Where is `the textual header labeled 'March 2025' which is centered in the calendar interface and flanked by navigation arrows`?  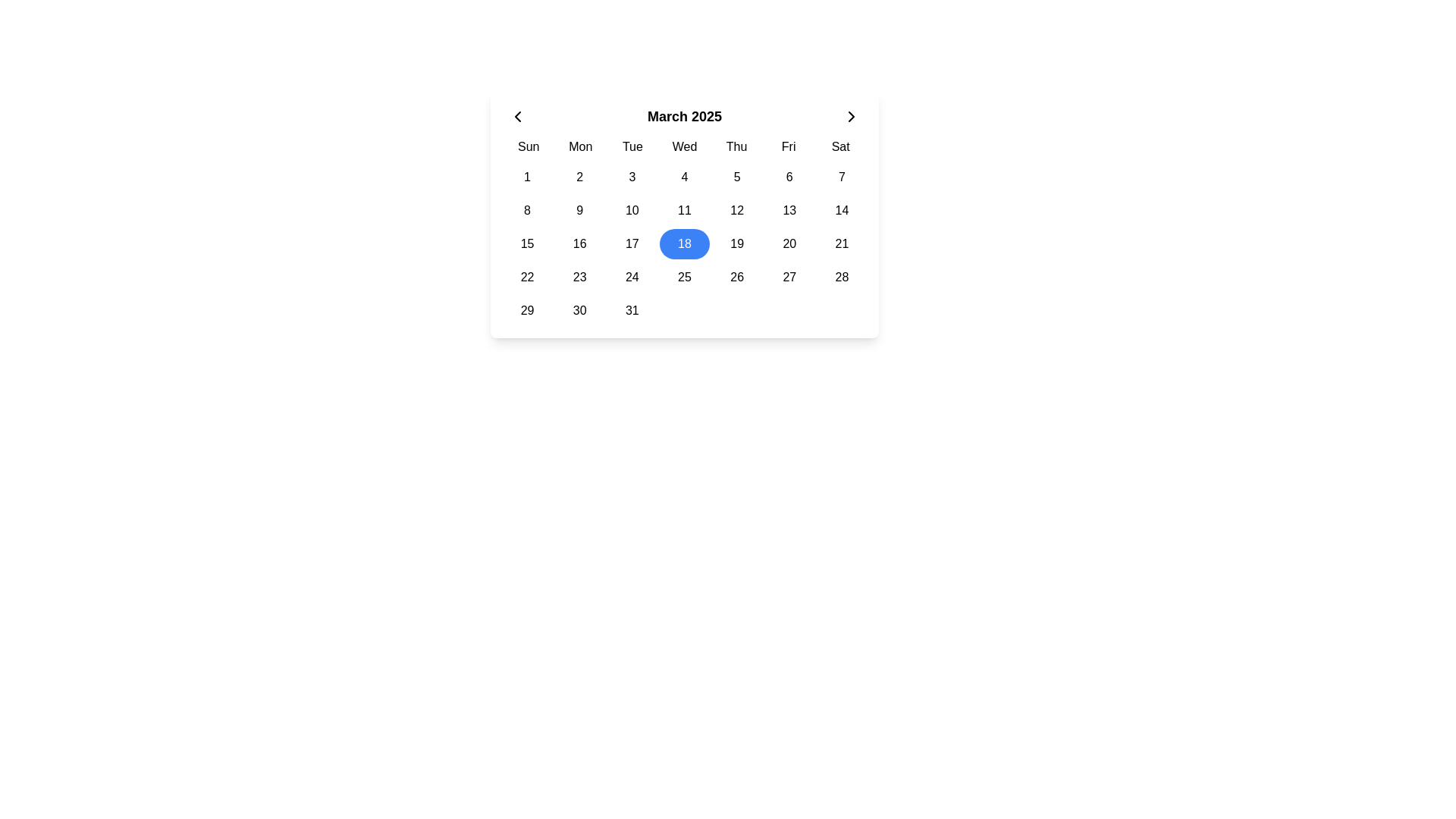
the textual header labeled 'March 2025' which is centered in the calendar interface and flanked by navigation arrows is located at coordinates (683, 116).